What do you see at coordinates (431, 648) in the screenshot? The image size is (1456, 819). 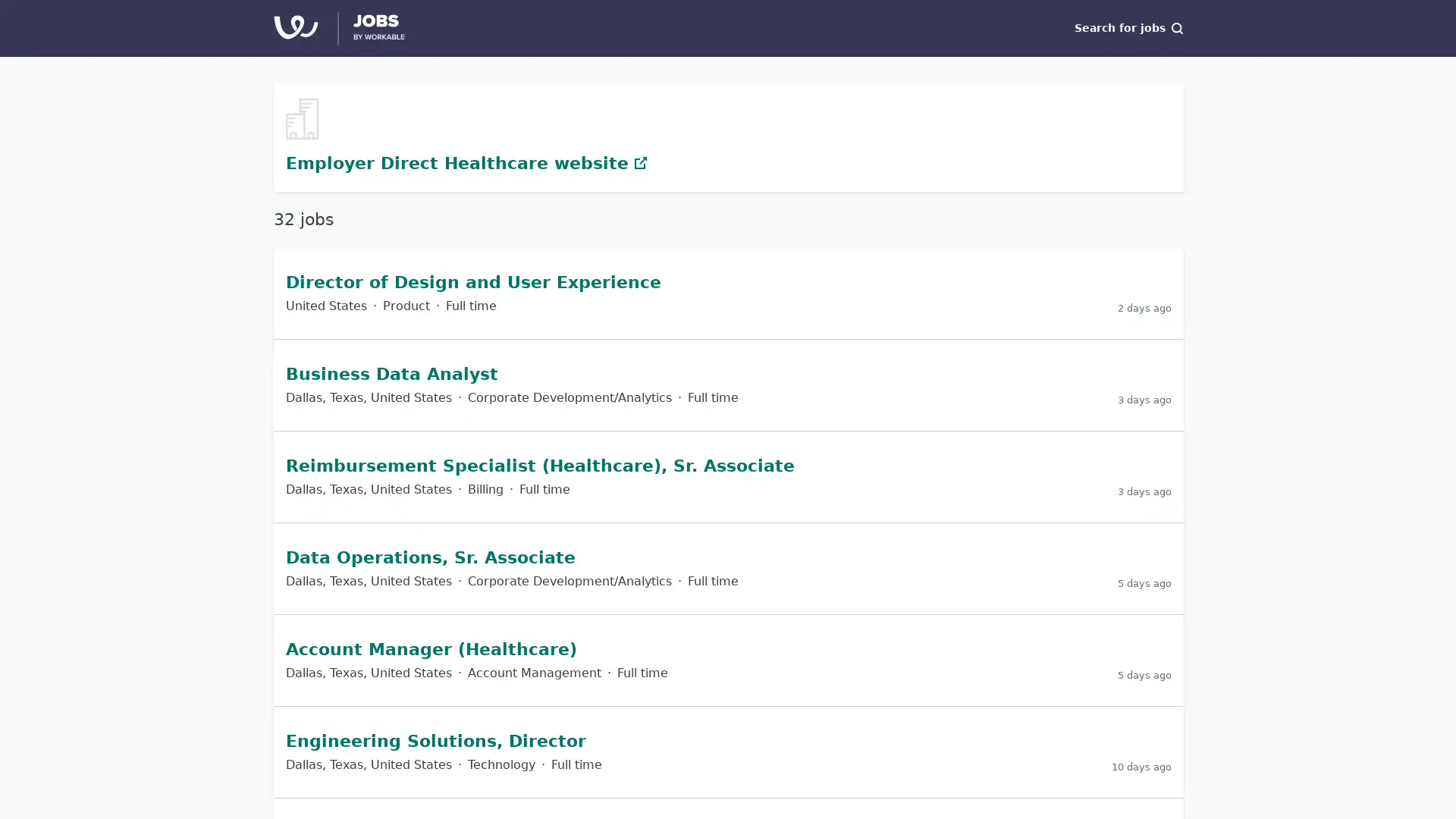 I see `Account Manager (Healthcare)` at bounding box center [431, 648].